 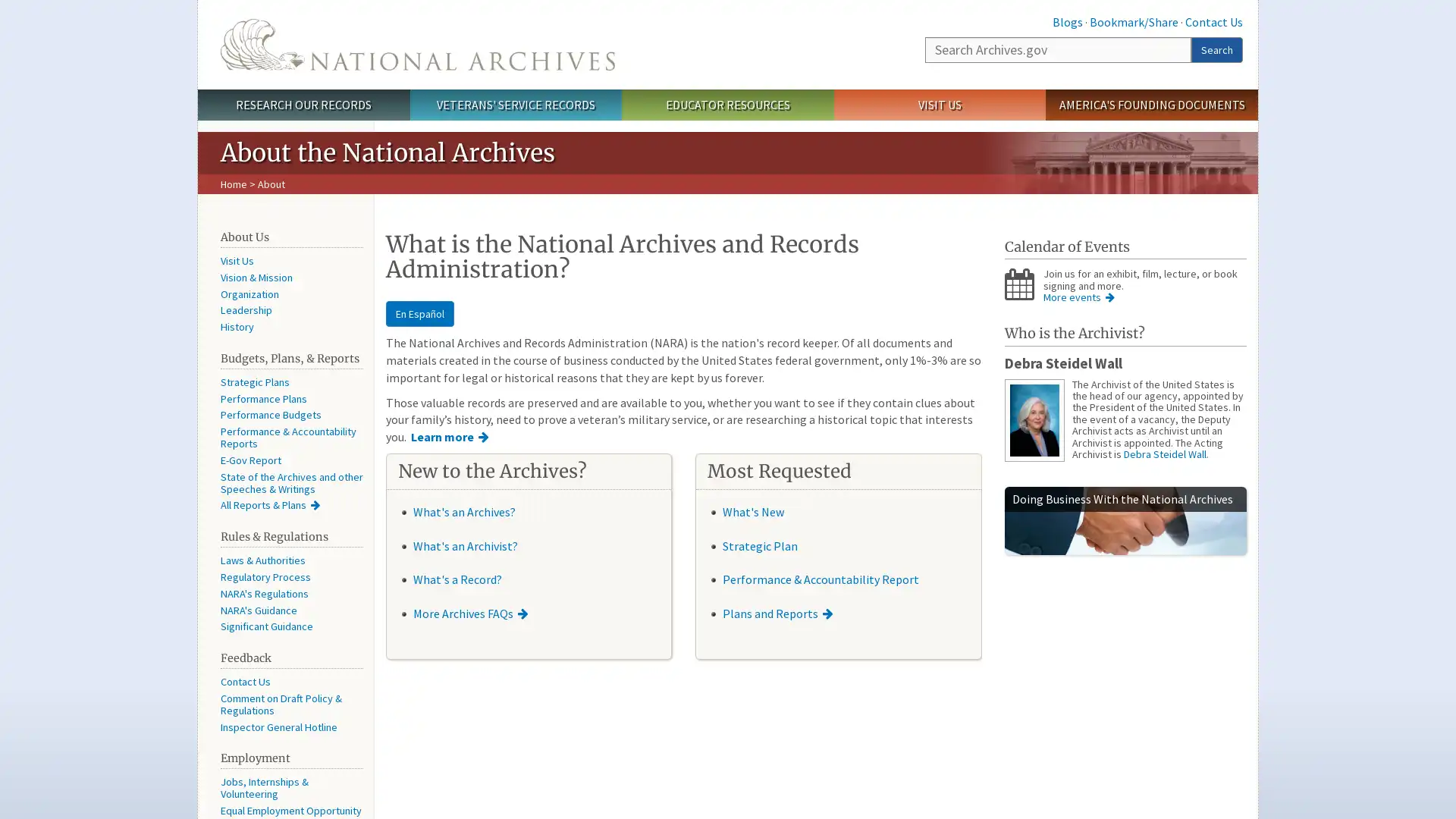 I want to click on Search, so click(x=1216, y=49).